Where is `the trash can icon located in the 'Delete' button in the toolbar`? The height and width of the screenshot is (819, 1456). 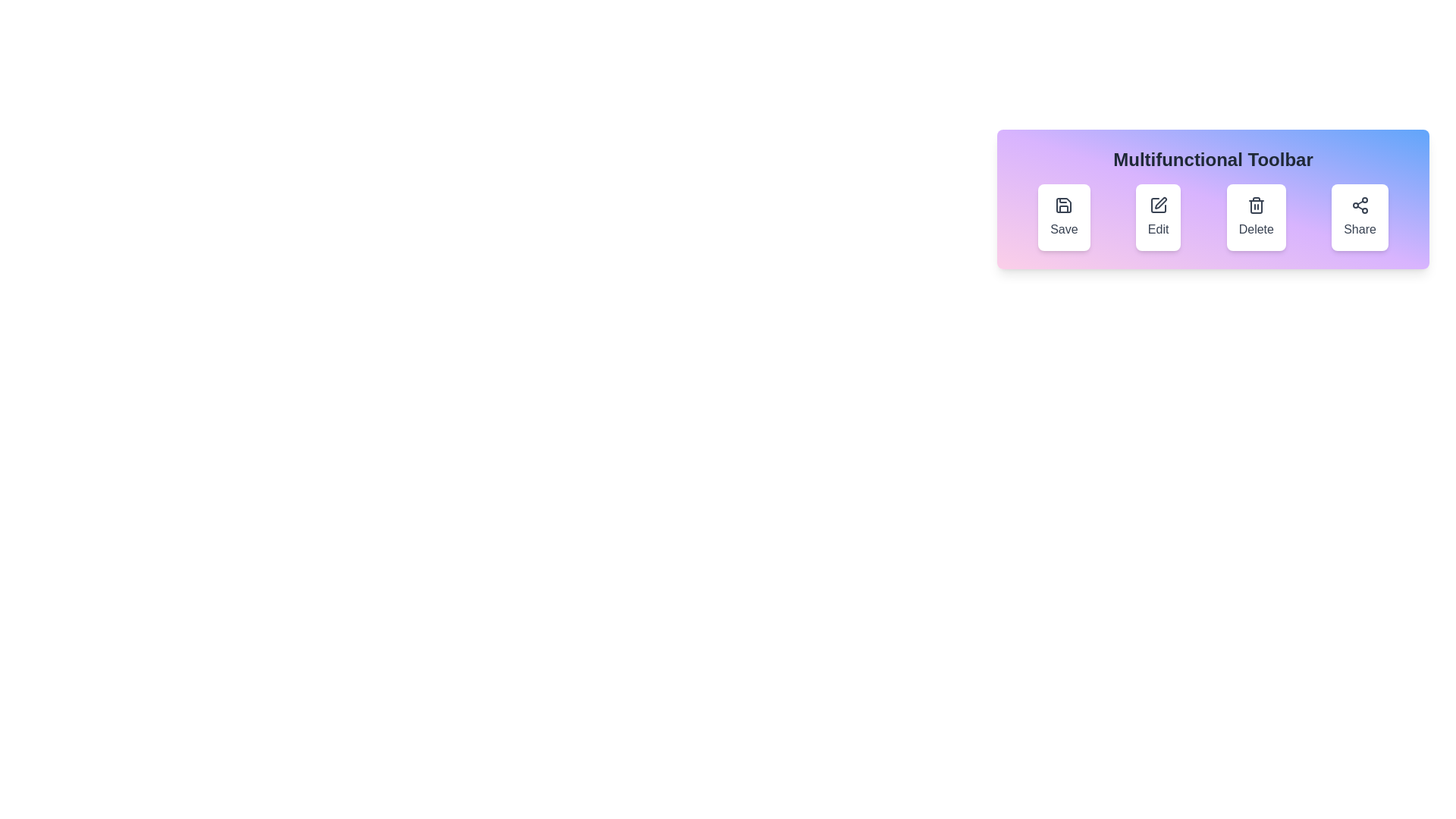 the trash can icon located in the 'Delete' button in the toolbar is located at coordinates (1256, 205).